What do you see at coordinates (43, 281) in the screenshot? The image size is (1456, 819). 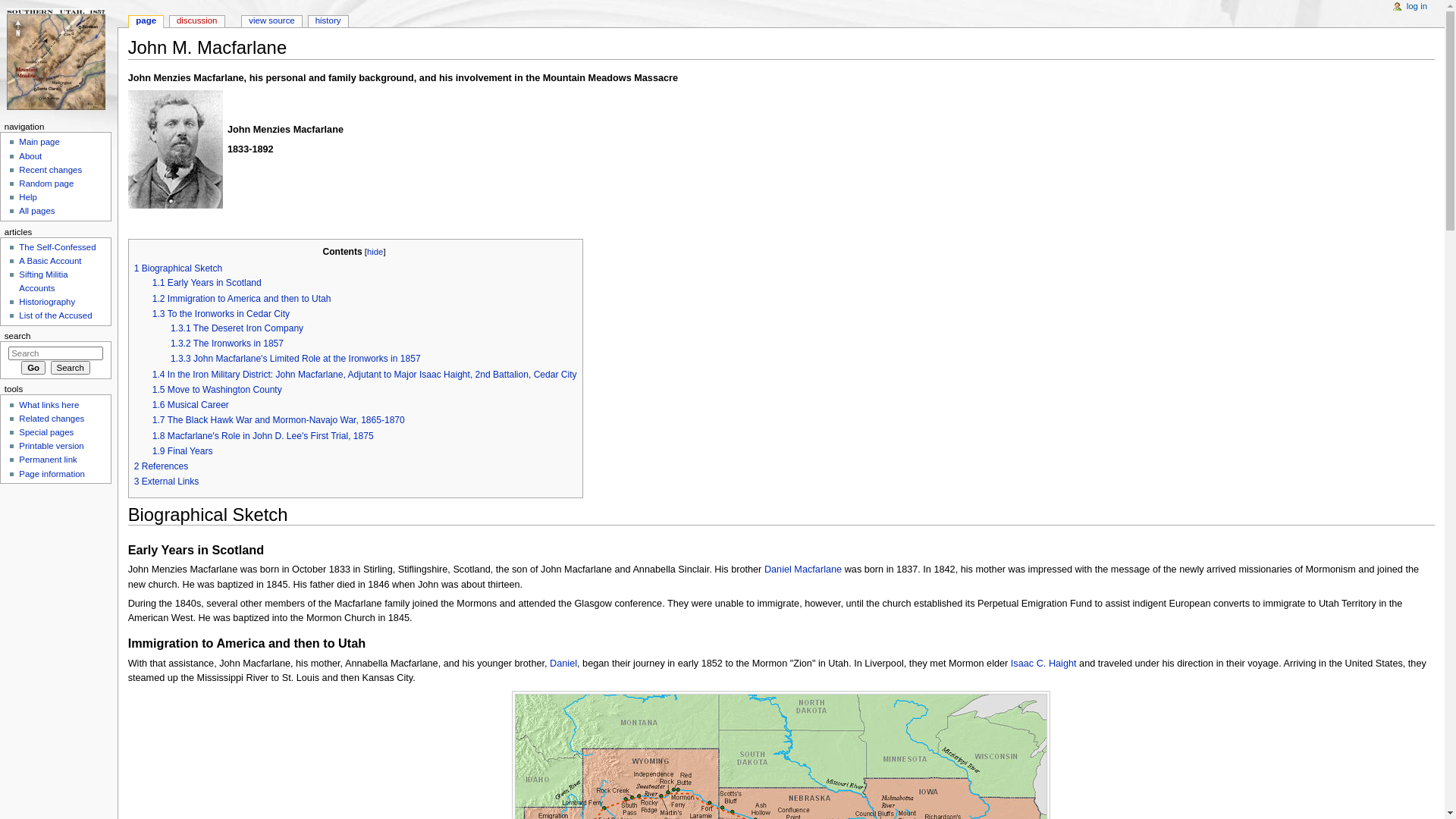 I see `'Sifting Militia Accounts'` at bounding box center [43, 281].